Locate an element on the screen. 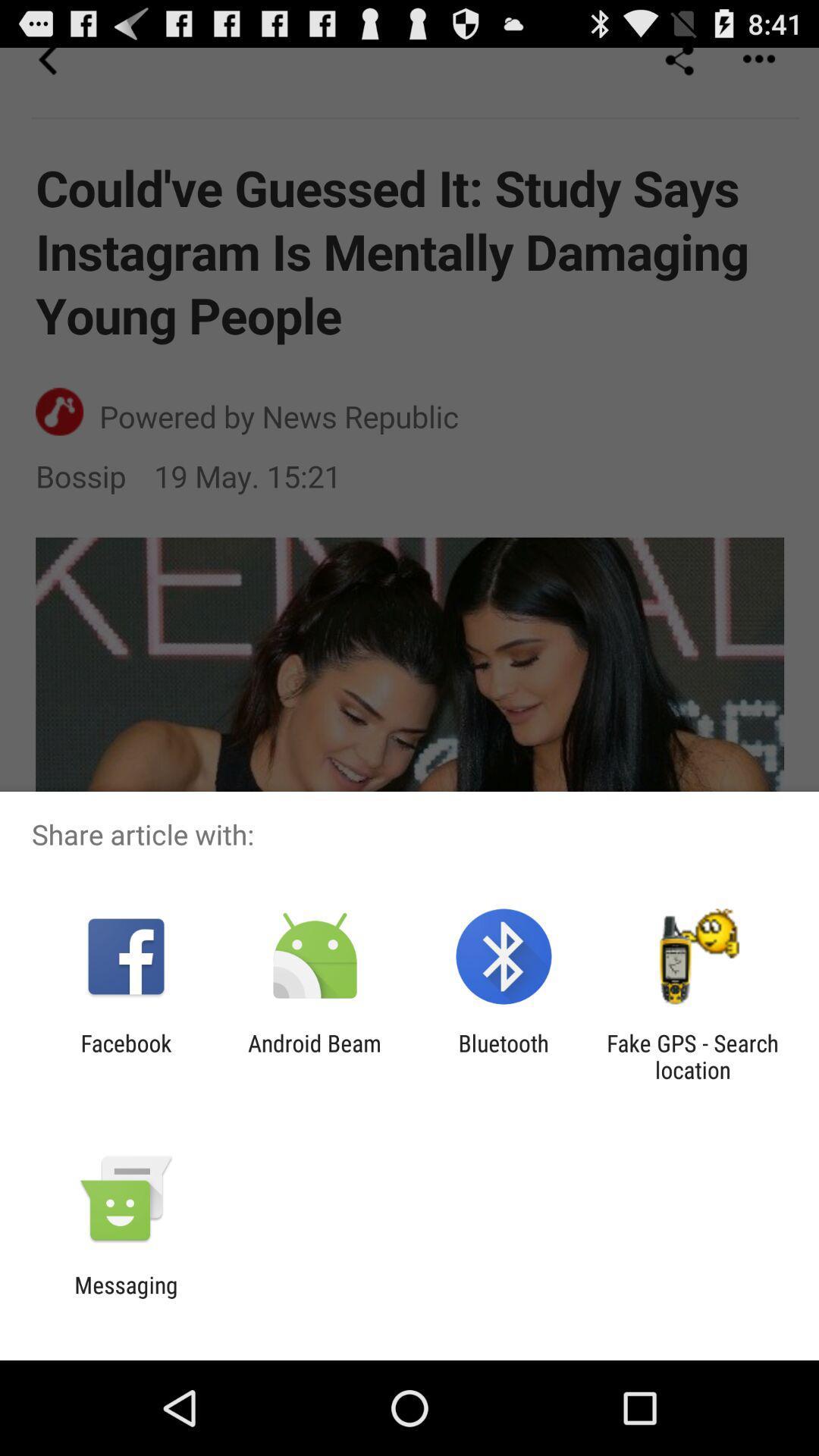  icon next to the fake gps search is located at coordinates (504, 1056).